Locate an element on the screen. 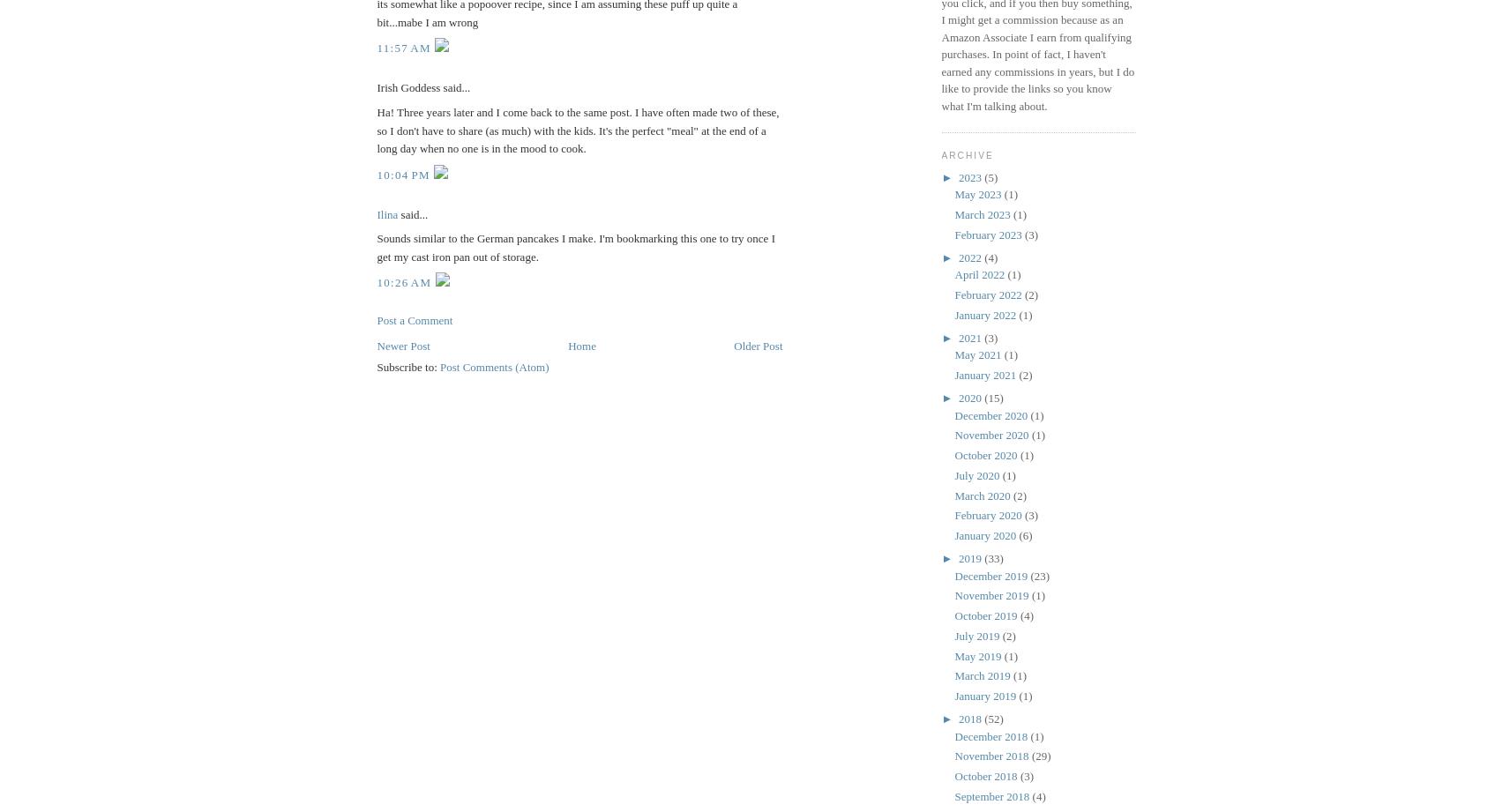  'February 2023' is located at coordinates (988, 233).